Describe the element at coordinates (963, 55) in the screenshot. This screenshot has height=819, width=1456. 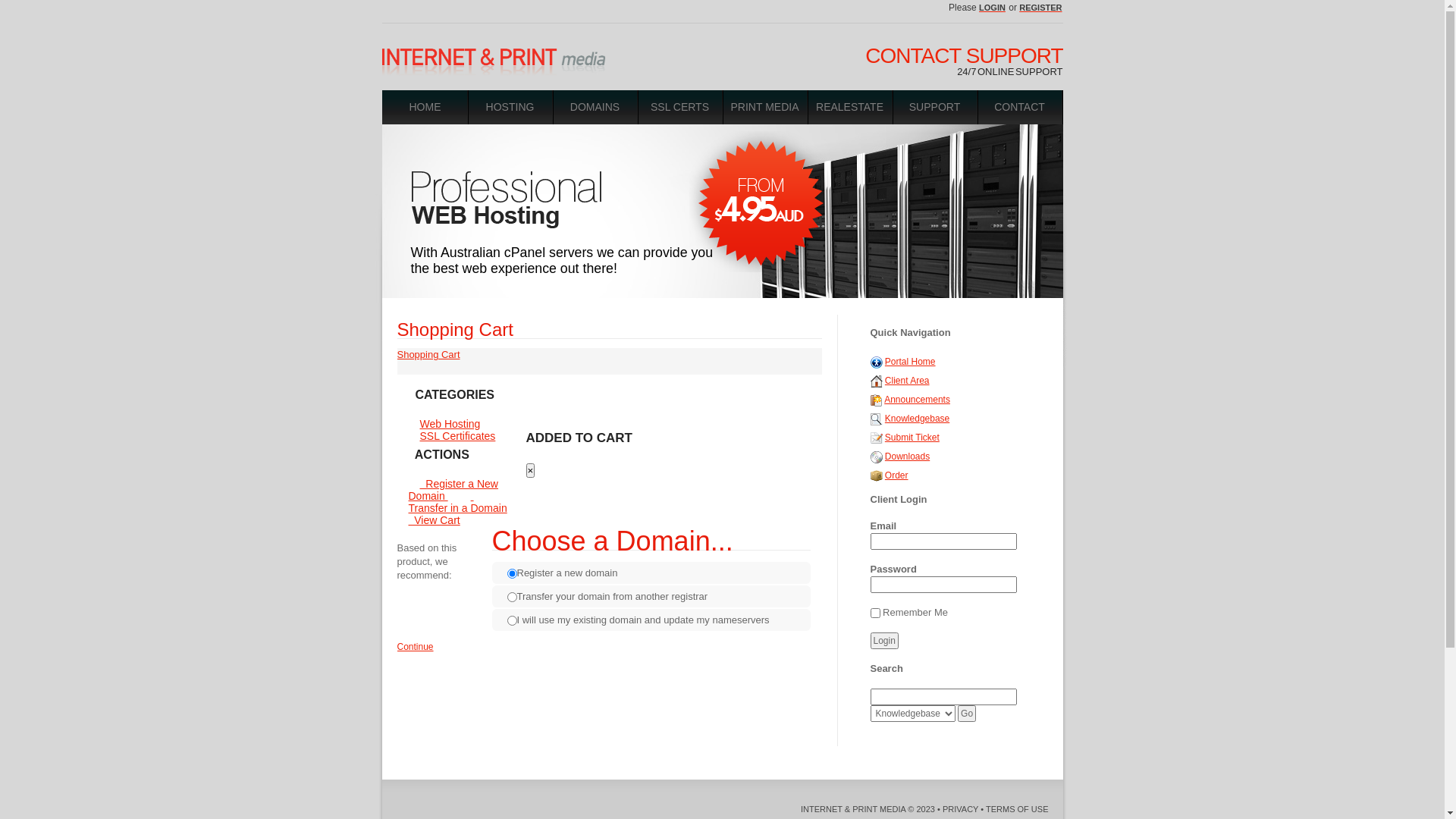
I see `'CONTACT SUPPORT'` at that location.